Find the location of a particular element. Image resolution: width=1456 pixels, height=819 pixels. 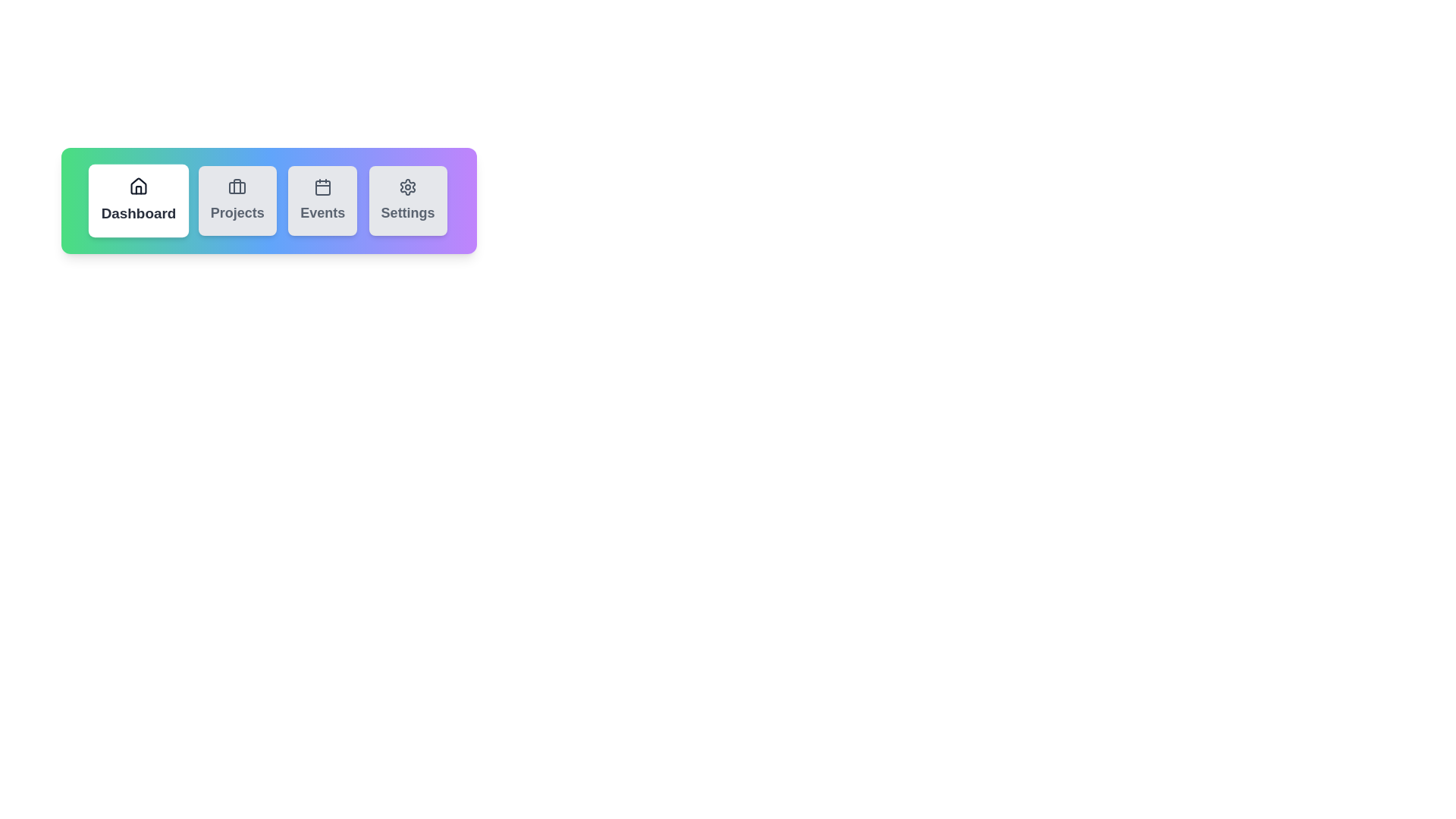

the Dashboard tab to activate it is located at coordinates (138, 200).